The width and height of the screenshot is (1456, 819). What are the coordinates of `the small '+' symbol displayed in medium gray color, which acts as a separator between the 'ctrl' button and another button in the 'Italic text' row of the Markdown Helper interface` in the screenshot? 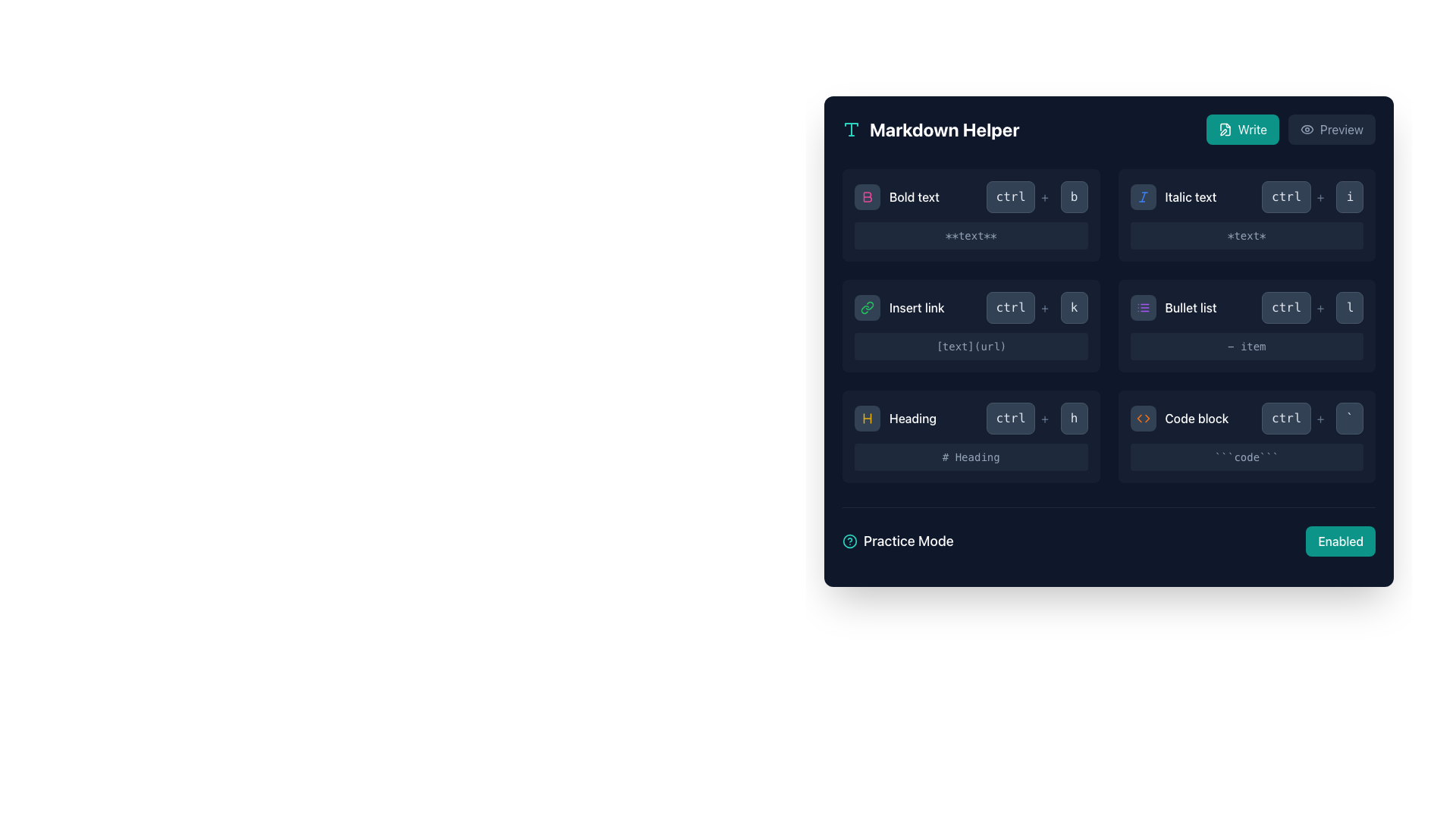 It's located at (1319, 196).